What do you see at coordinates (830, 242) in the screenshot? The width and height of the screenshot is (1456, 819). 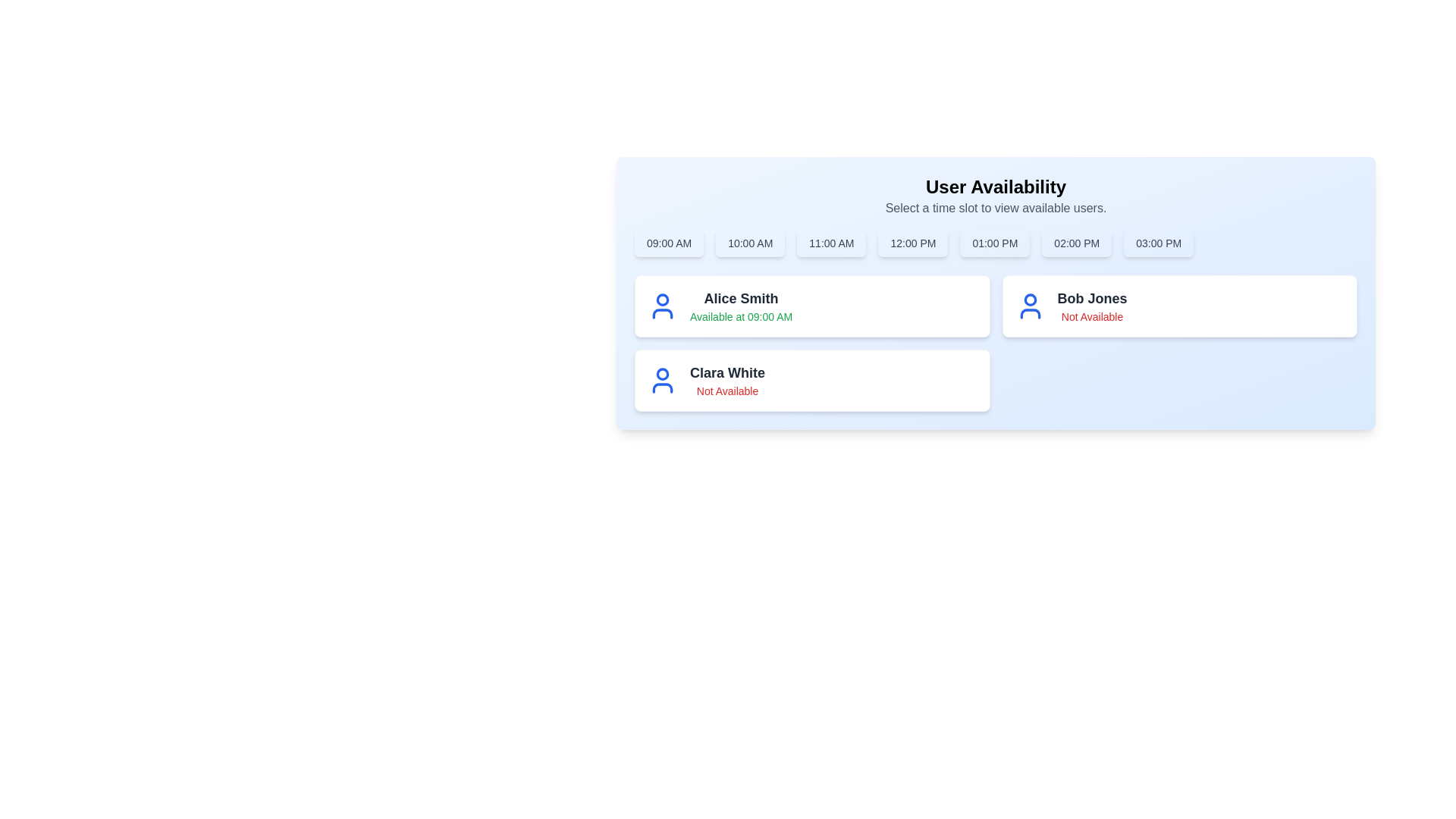 I see `the third time slot button below 'User Availability'` at bounding box center [830, 242].